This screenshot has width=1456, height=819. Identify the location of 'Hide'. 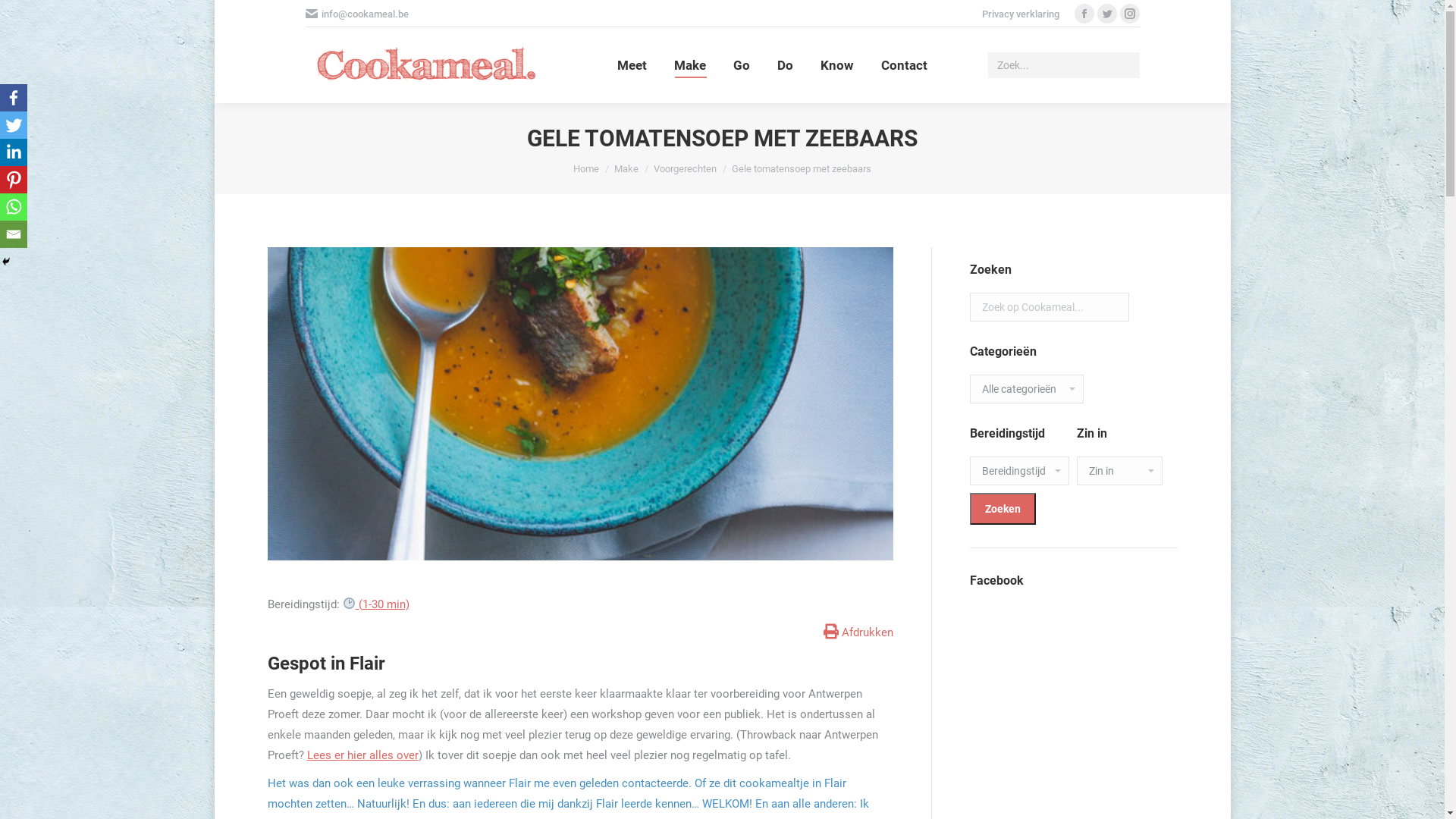
(0, 260).